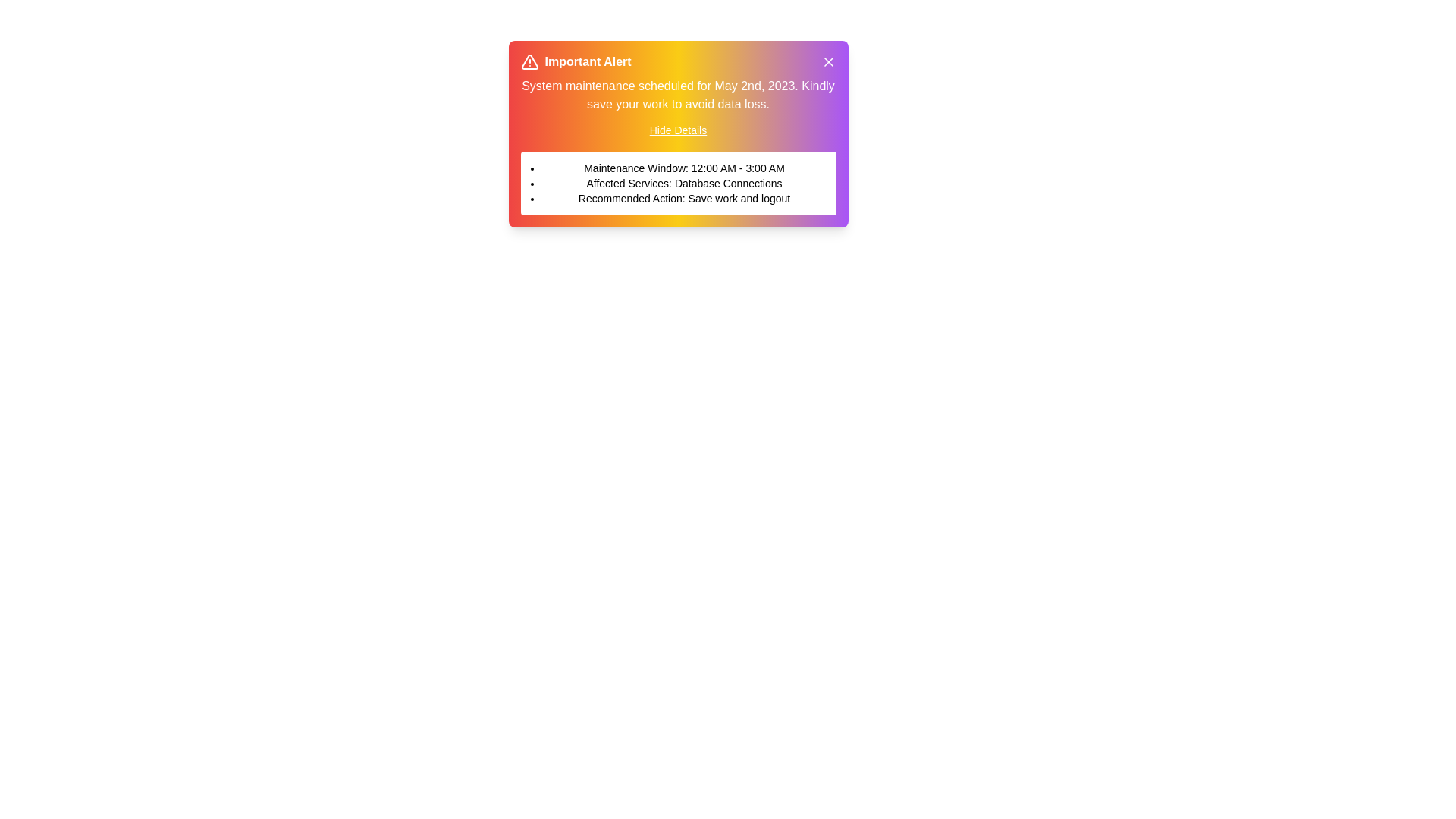  What do you see at coordinates (827, 61) in the screenshot?
I see `the close button to dismiss the alert` at bounding box center [827, 61].